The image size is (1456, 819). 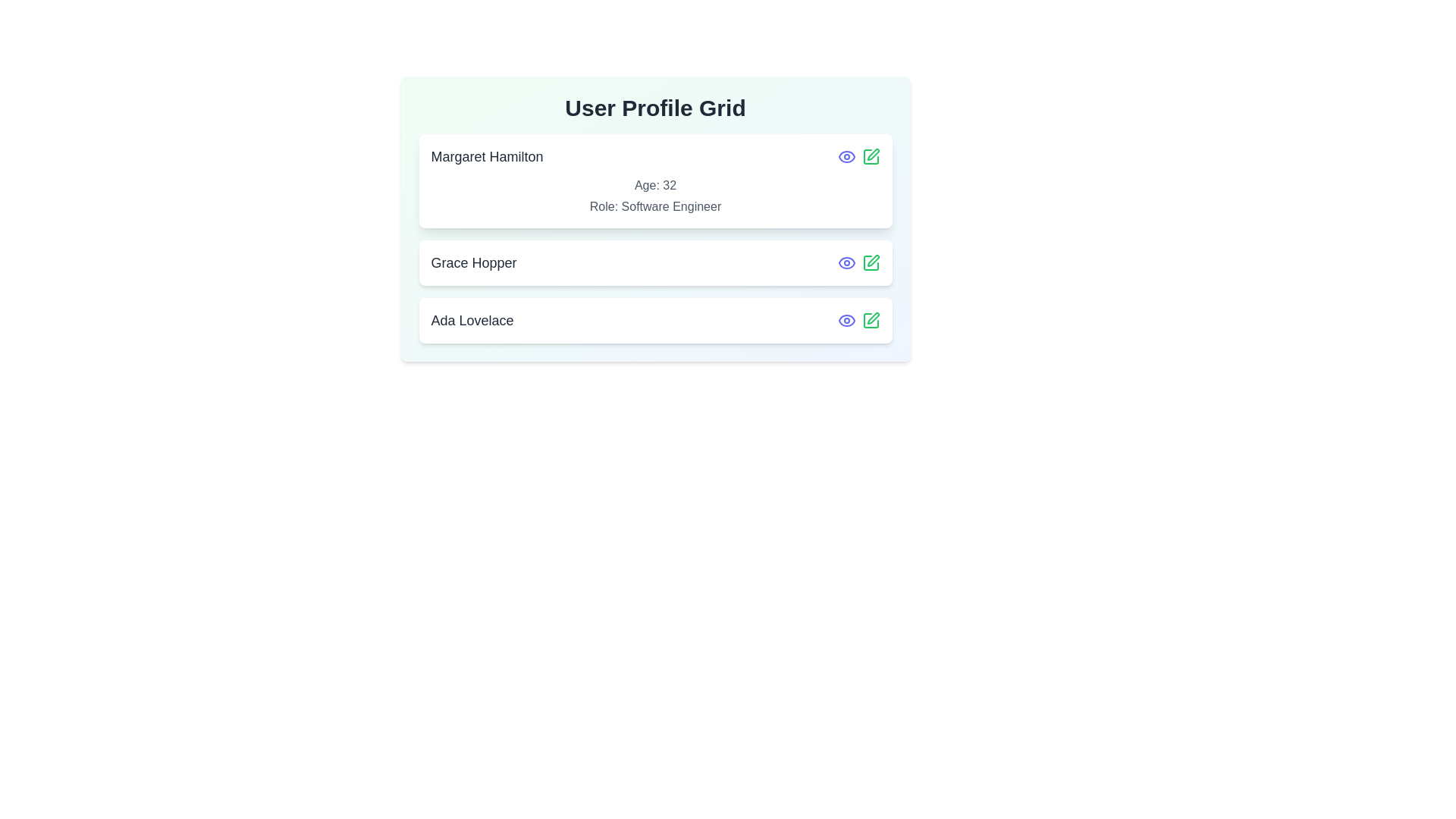 I want to click on edit icon for the profile Ada Lovelace, so click(x=871, y=320).